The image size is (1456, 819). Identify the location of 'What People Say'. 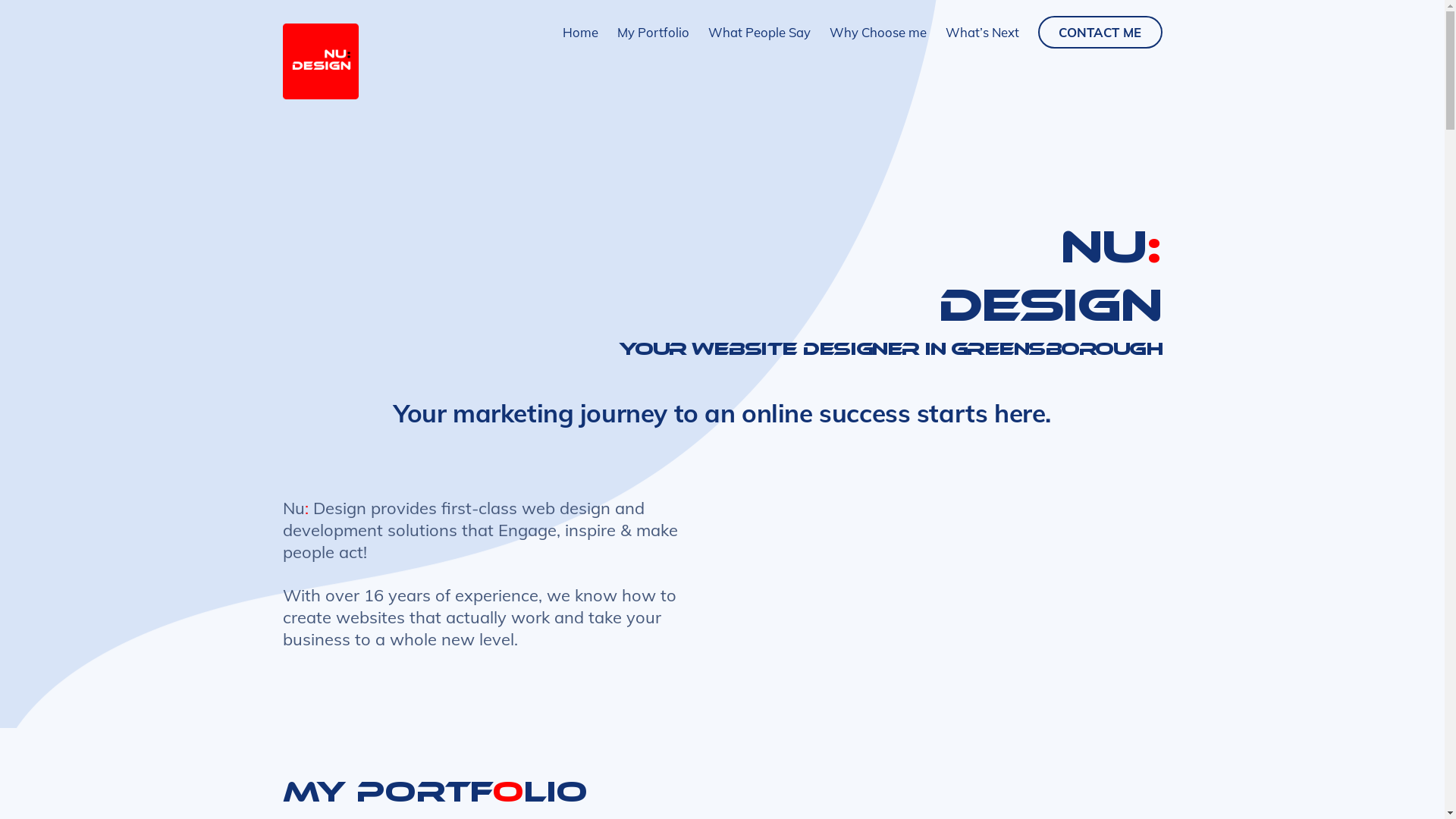
(759, 32).